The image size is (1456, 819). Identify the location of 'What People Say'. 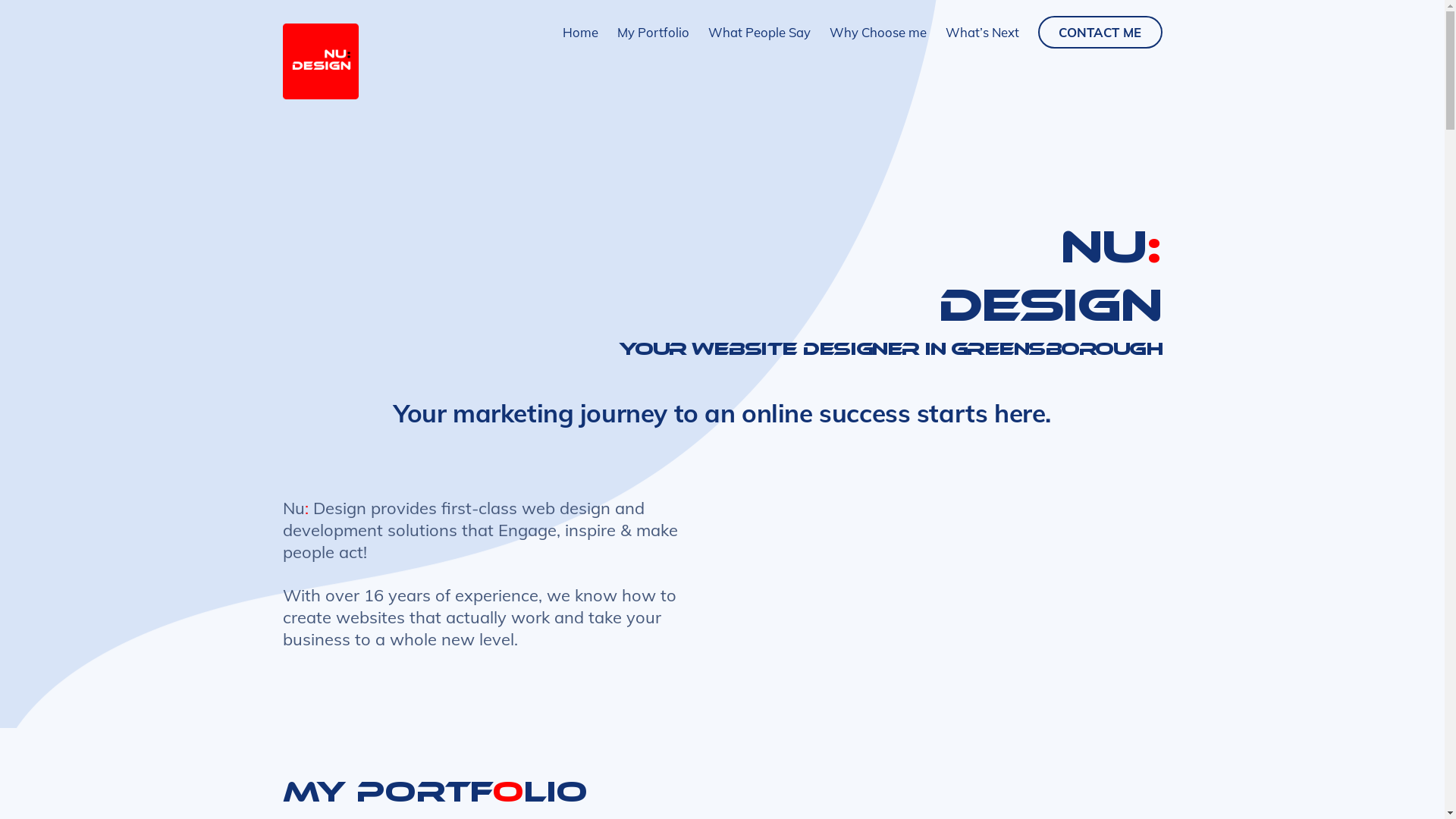
(759, 32).